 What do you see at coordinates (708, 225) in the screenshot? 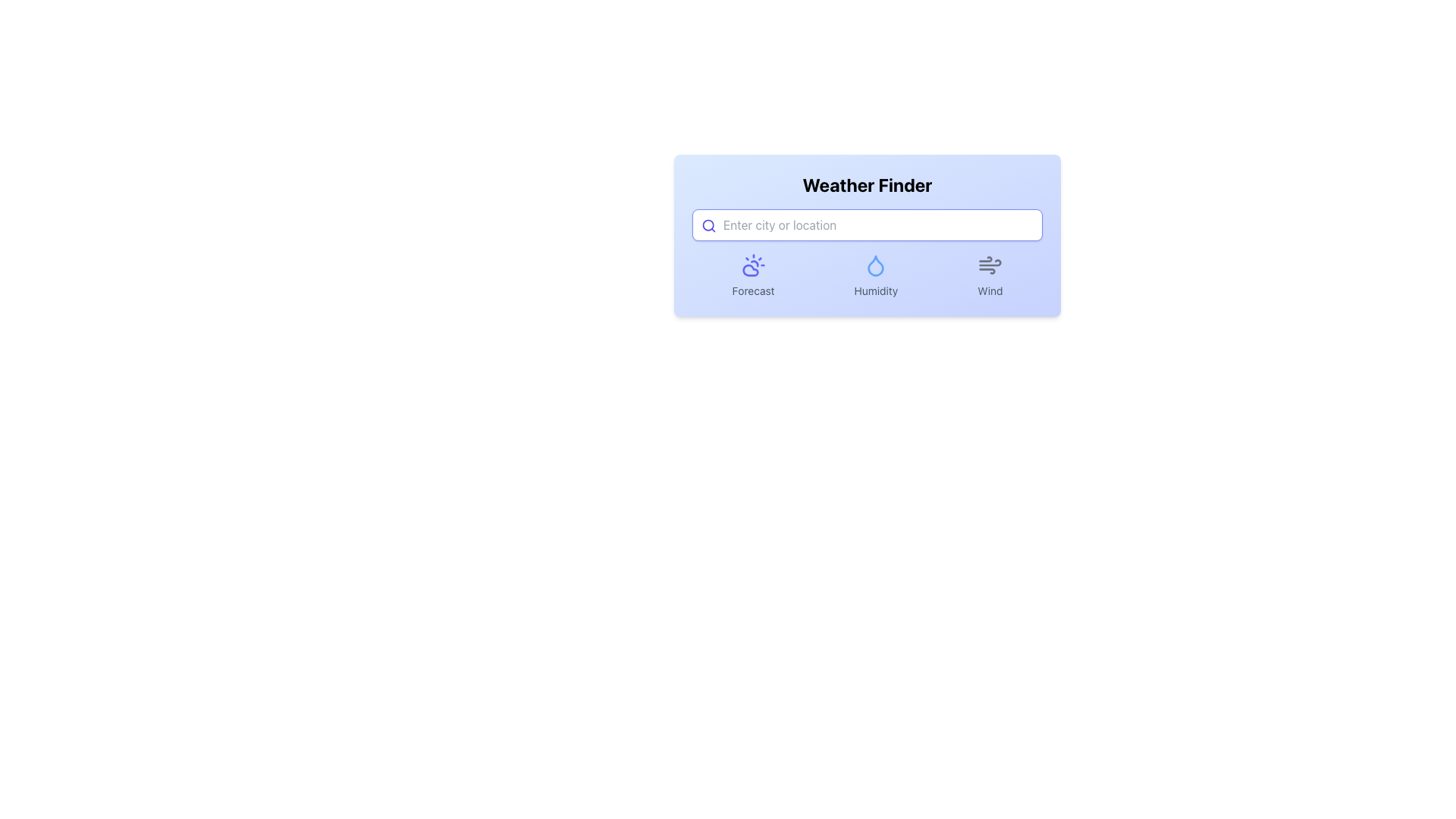
I see `the magnifying glass icon representing the search functionality, located in the text input field before the placeholder text 'Enter city or location' in the Weather Finder interface` at bounding box center [708, 225].